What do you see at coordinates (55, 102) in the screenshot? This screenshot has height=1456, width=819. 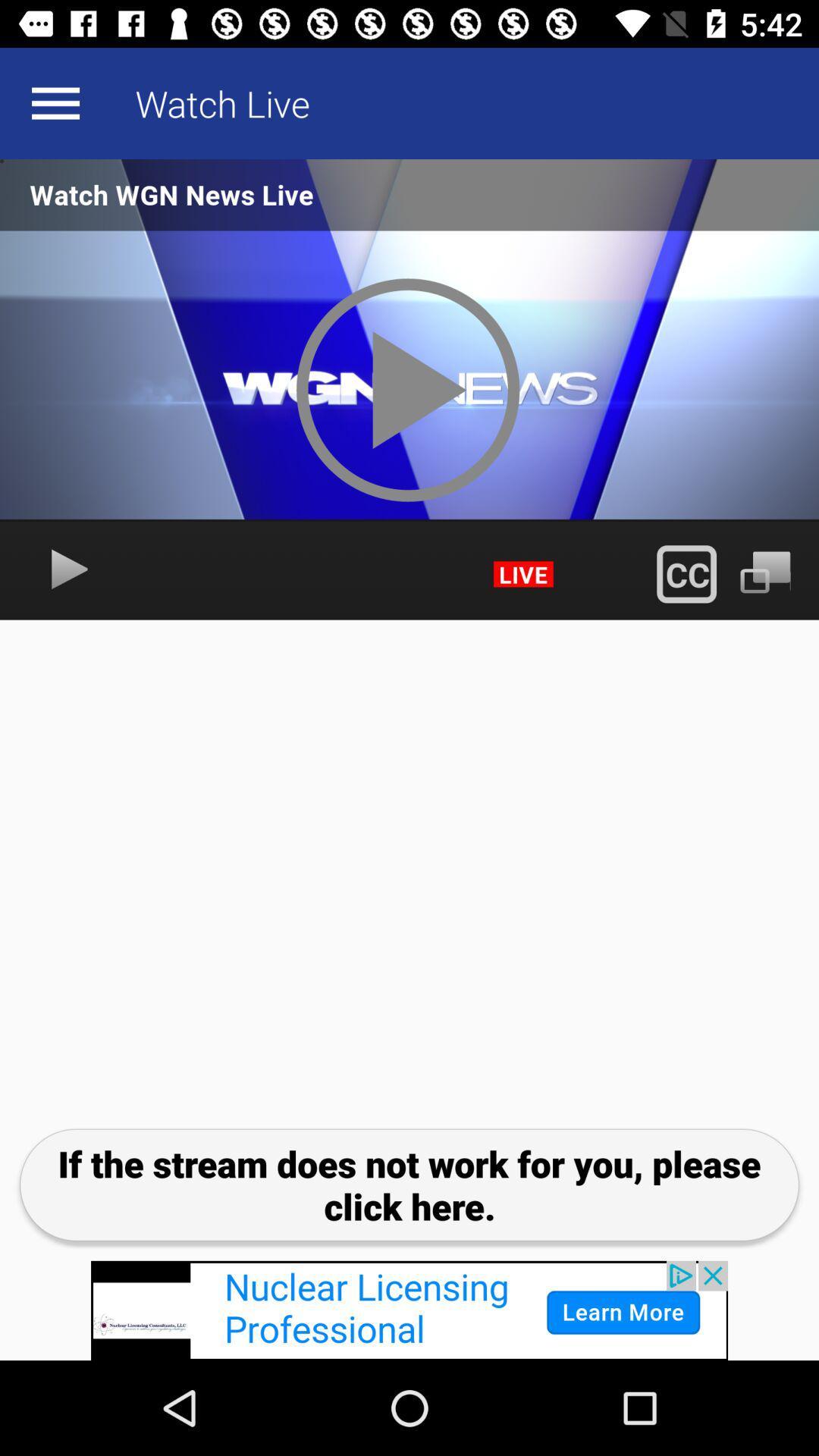 I see `menu` at bounding box center [55, 102].